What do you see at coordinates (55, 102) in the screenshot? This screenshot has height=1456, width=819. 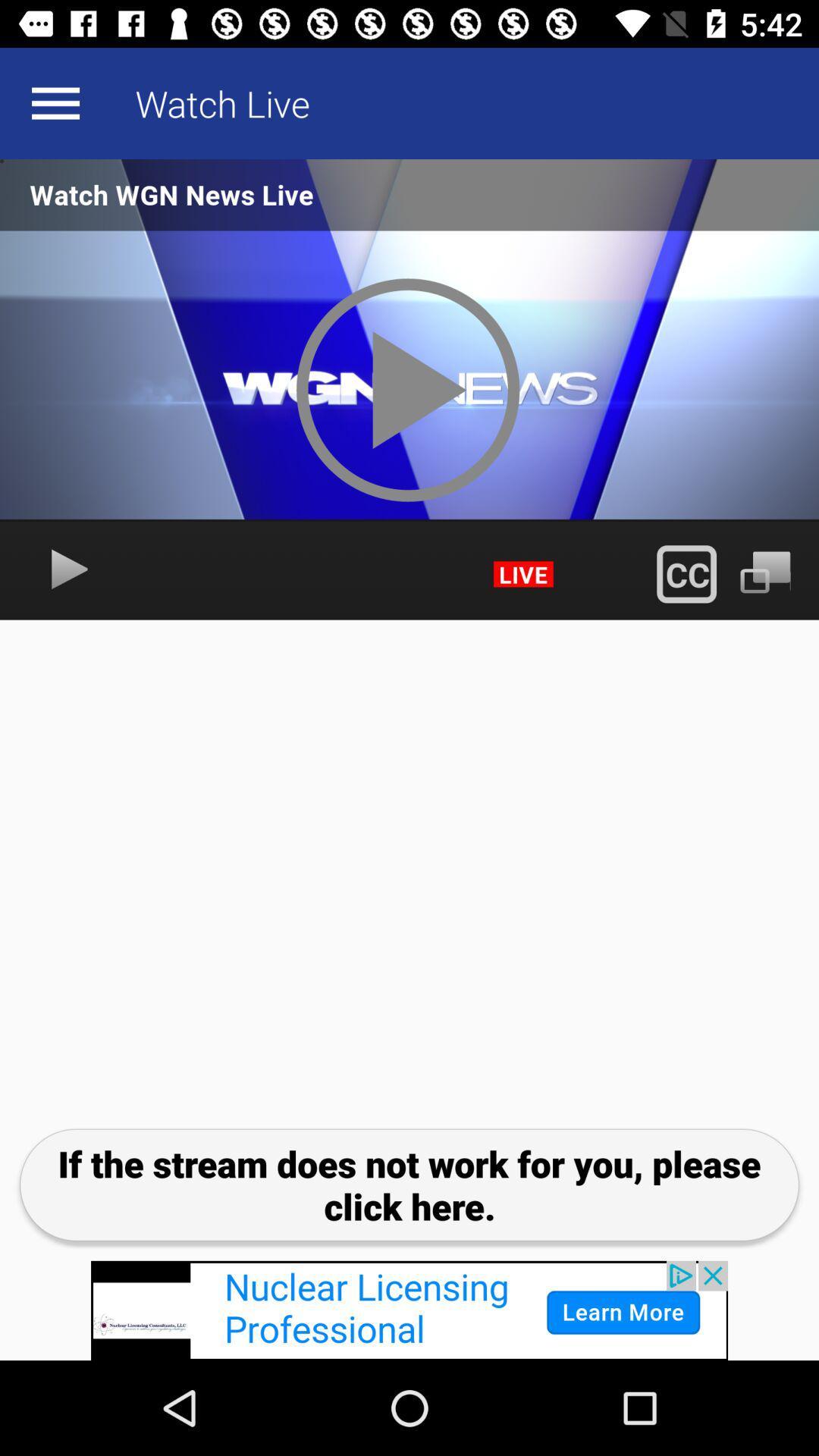 I see `menu` at bounding box center [55, 102].